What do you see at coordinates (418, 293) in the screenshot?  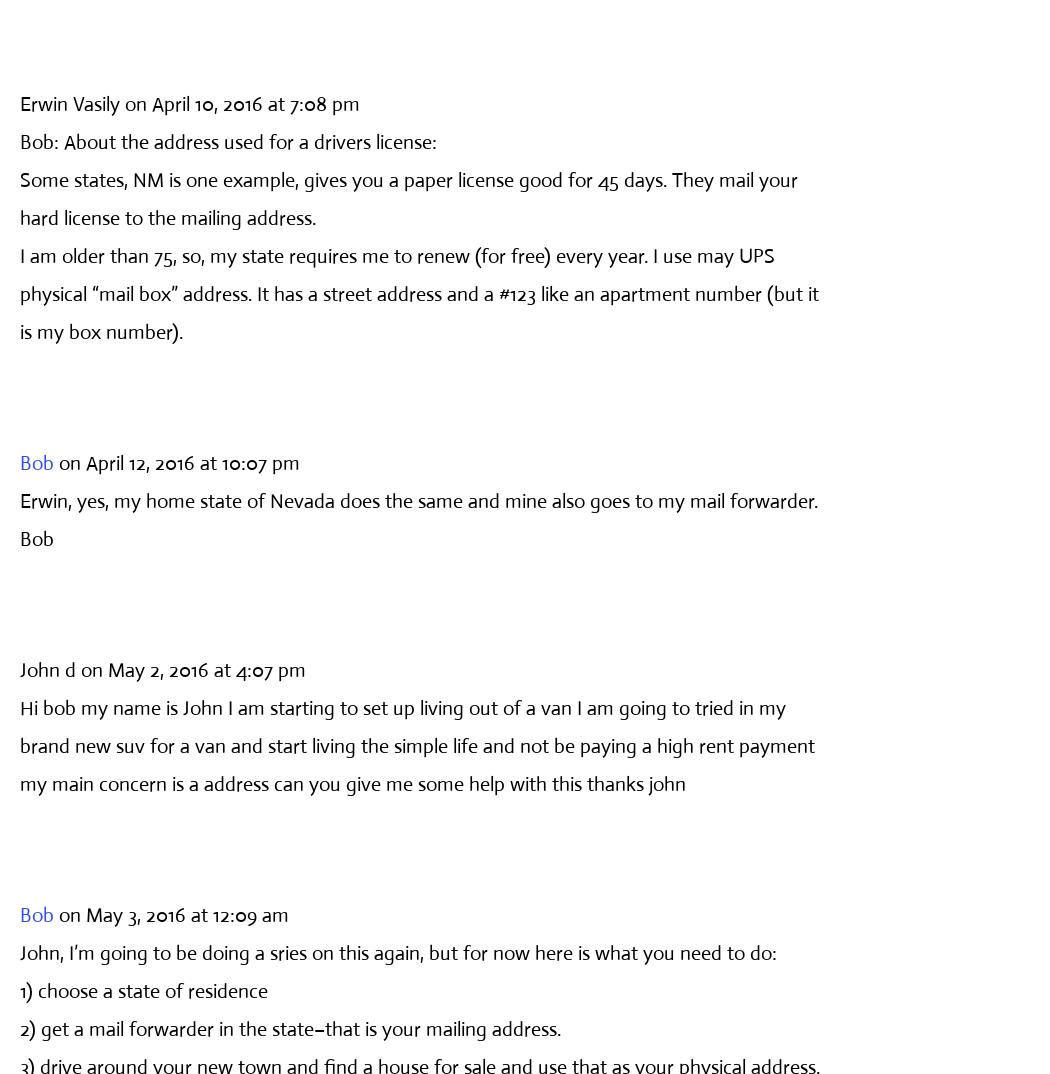 I see `'I am older than 75, so, my state requires me to renew (for free) every year. I use may UPS physical “mail box” address. It has a street address and a #123 like an apartment number (but it is my box number).'` at bounding box center [418, 293].